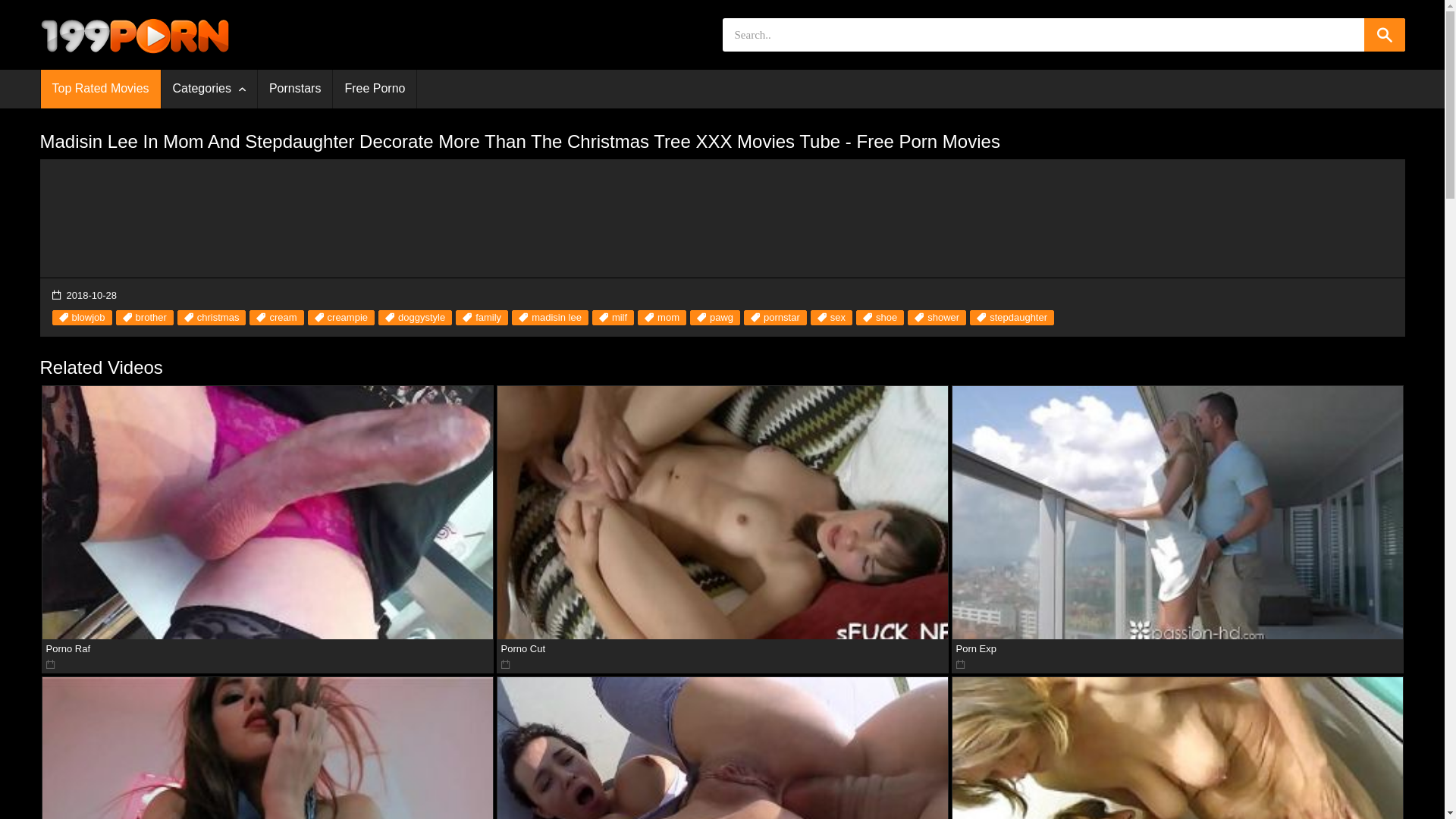  I want to click on 'Porno Cut', so click(497, 512).